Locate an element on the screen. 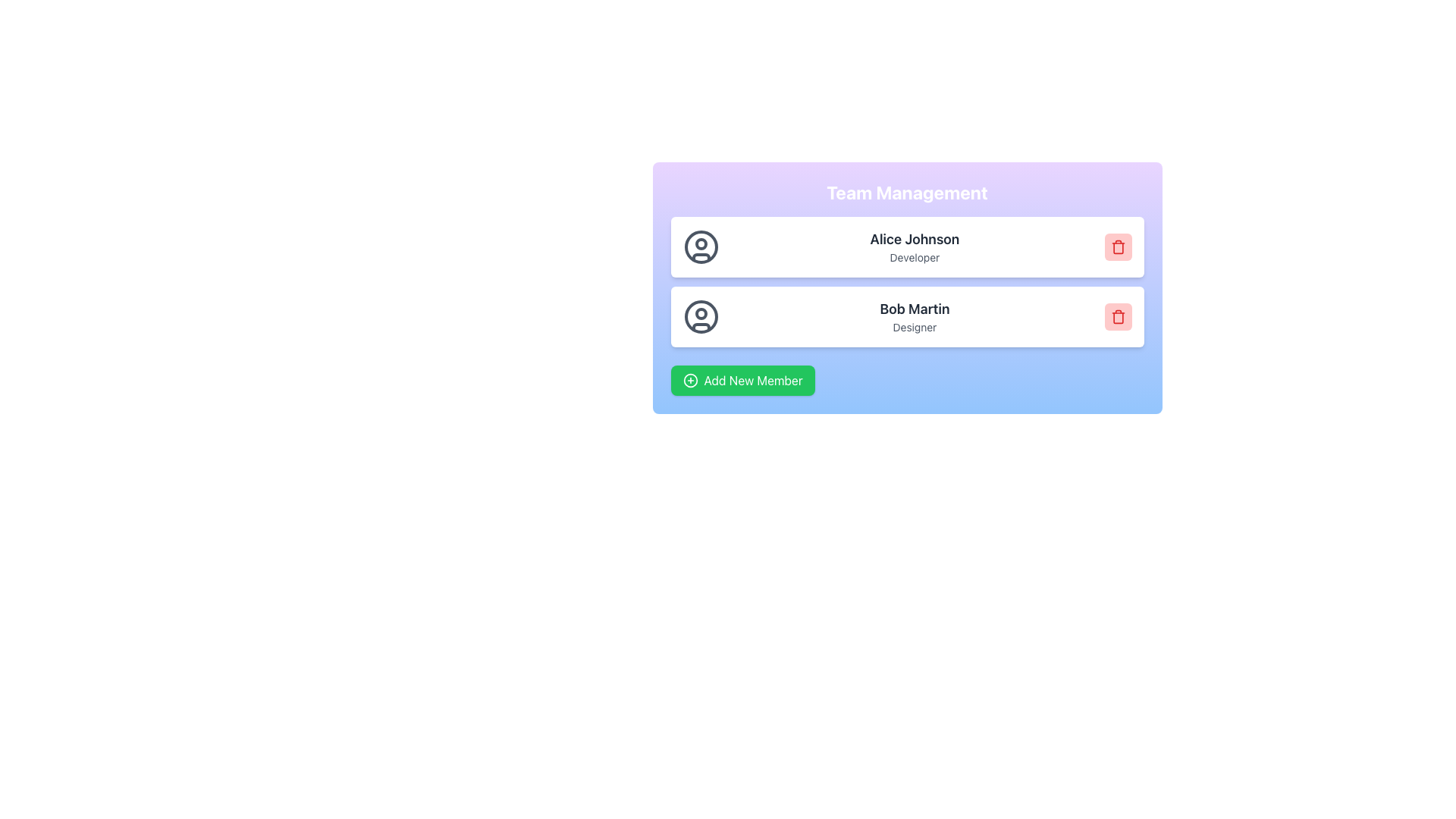 Image resolution: width=1456 pixels, height=819 pixels. the member's name in the Profile card with delete action is located at coordinates (907, 315).